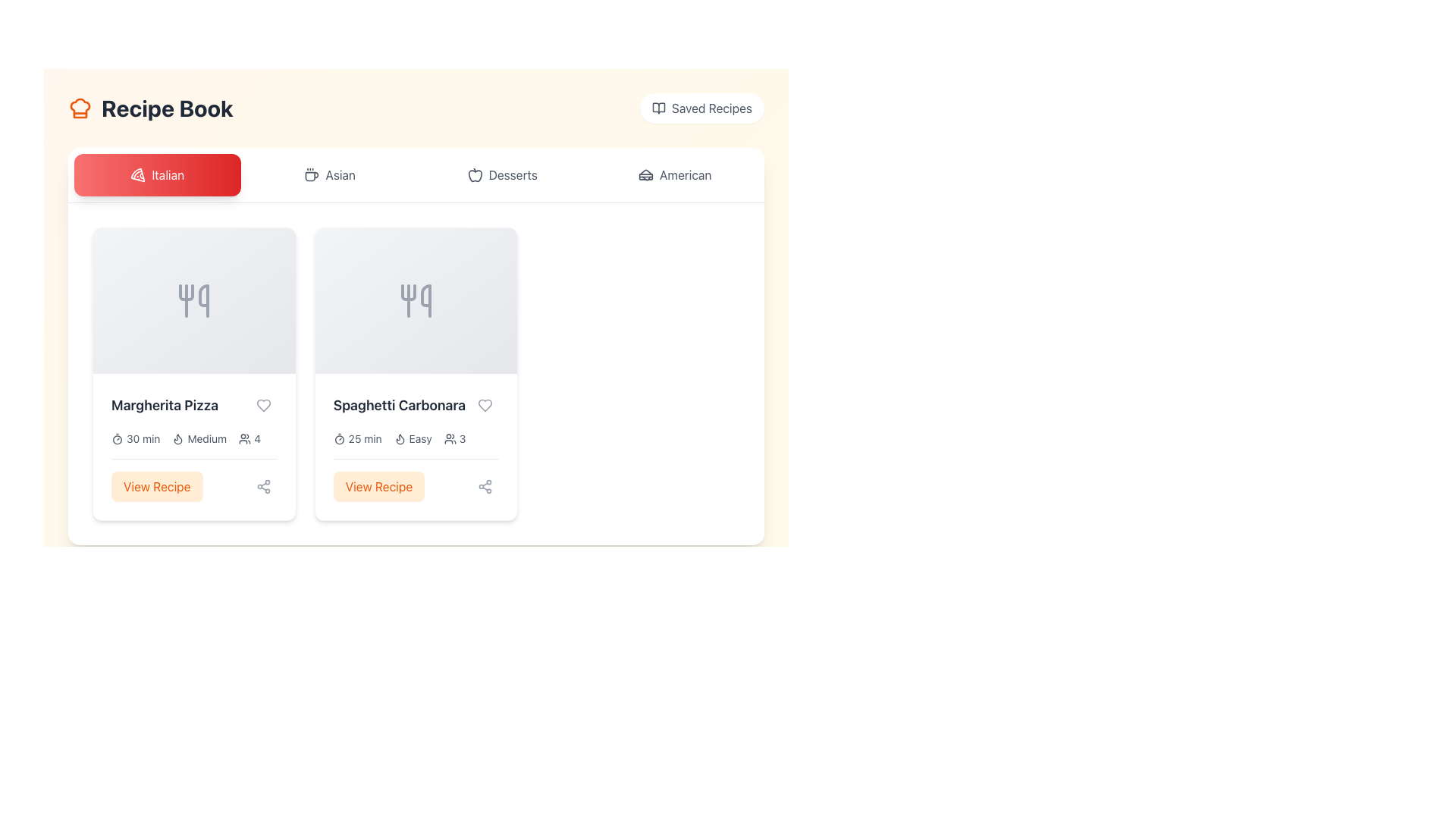  What do you see at coordinates (311, 174) in the screenshot?
I see `the 'Asian' navigation button which contains a coffee cup icon positioned` at bounding box center [311, 174].